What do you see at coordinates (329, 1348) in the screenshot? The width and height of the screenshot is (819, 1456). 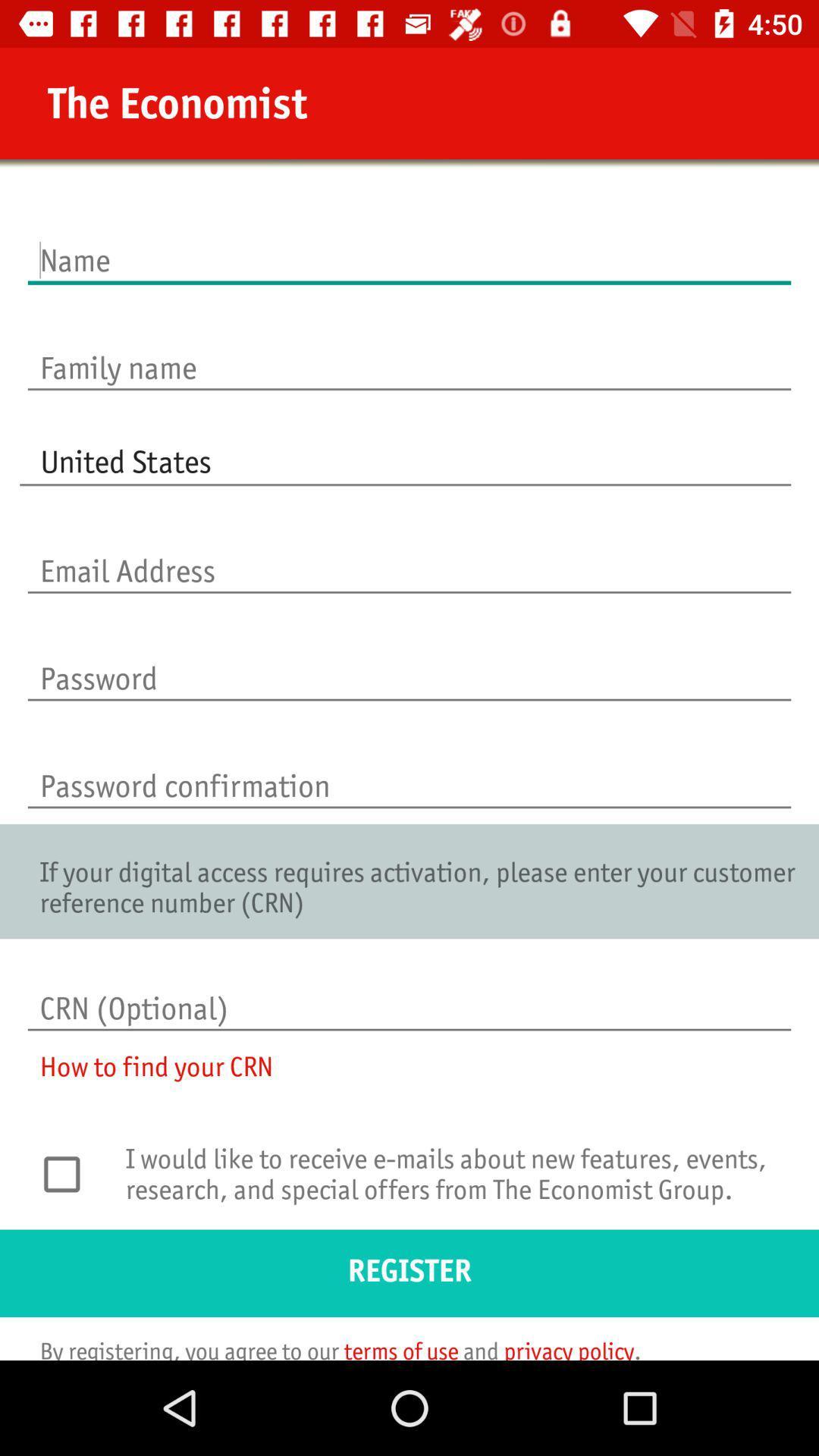 I see `the icon below register icon` at bounding box center [329, 1348].